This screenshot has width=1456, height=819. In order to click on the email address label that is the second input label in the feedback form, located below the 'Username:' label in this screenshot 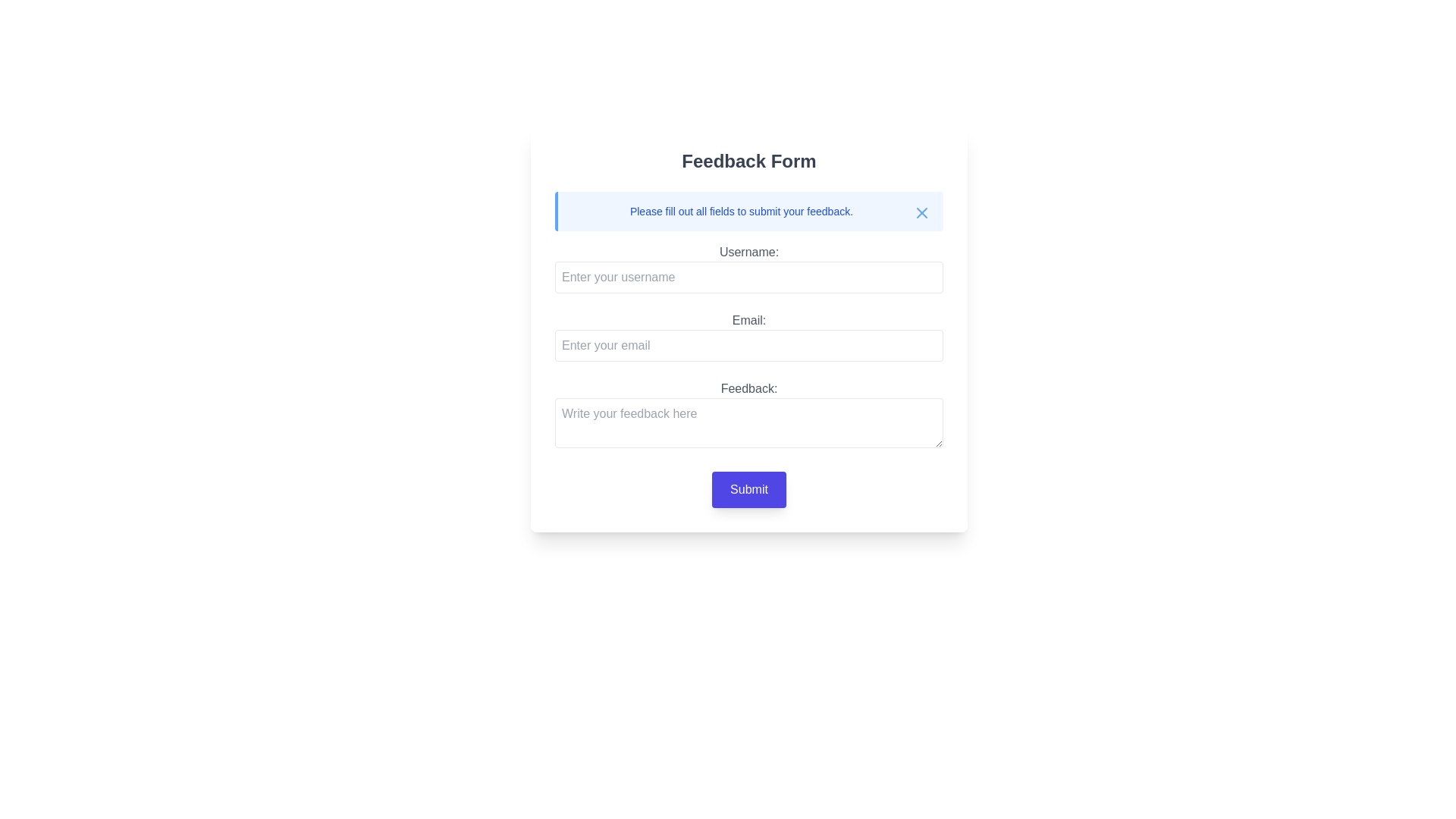, I will do `click(749, 327)`.